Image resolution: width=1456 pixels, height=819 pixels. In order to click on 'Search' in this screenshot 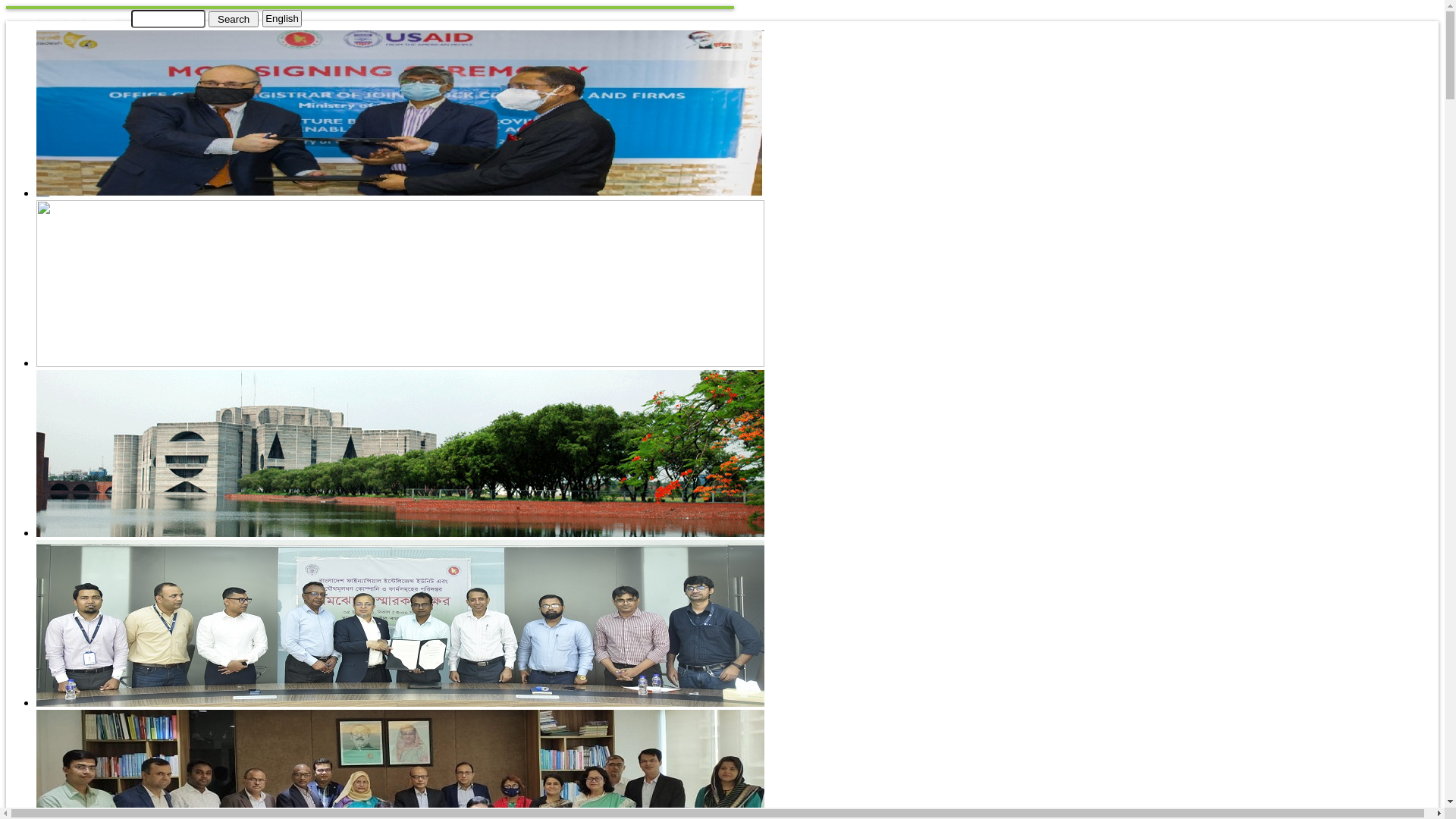, I will do `click(232, 18)`.